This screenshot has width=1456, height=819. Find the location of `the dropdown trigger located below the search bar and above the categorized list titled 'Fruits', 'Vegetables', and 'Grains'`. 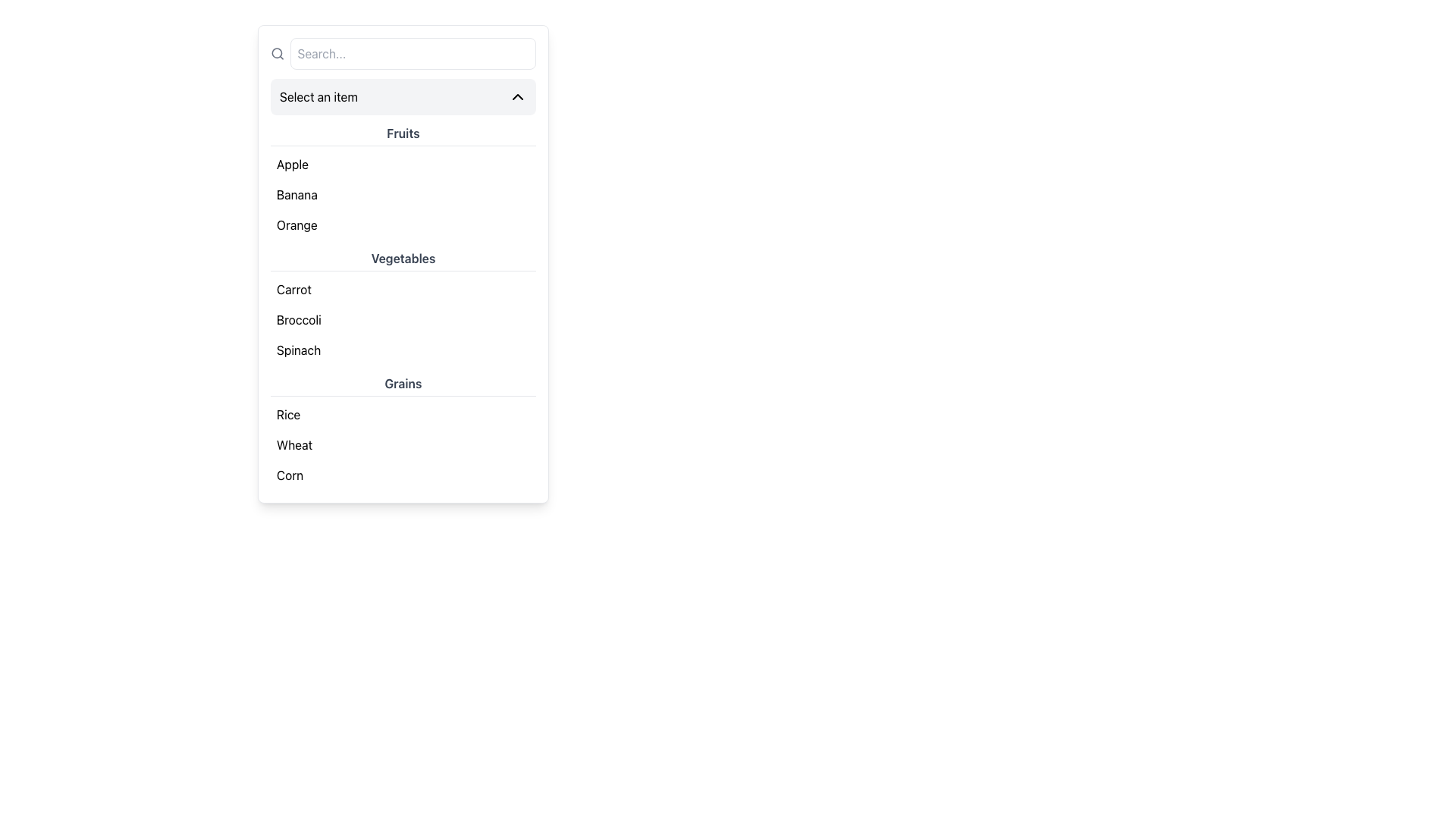

the dropdown trigger located below the search bar and above the categorized list titled 'Fruits', 'Vegetables', and 'Grains' is located at coordinates (403, 96).